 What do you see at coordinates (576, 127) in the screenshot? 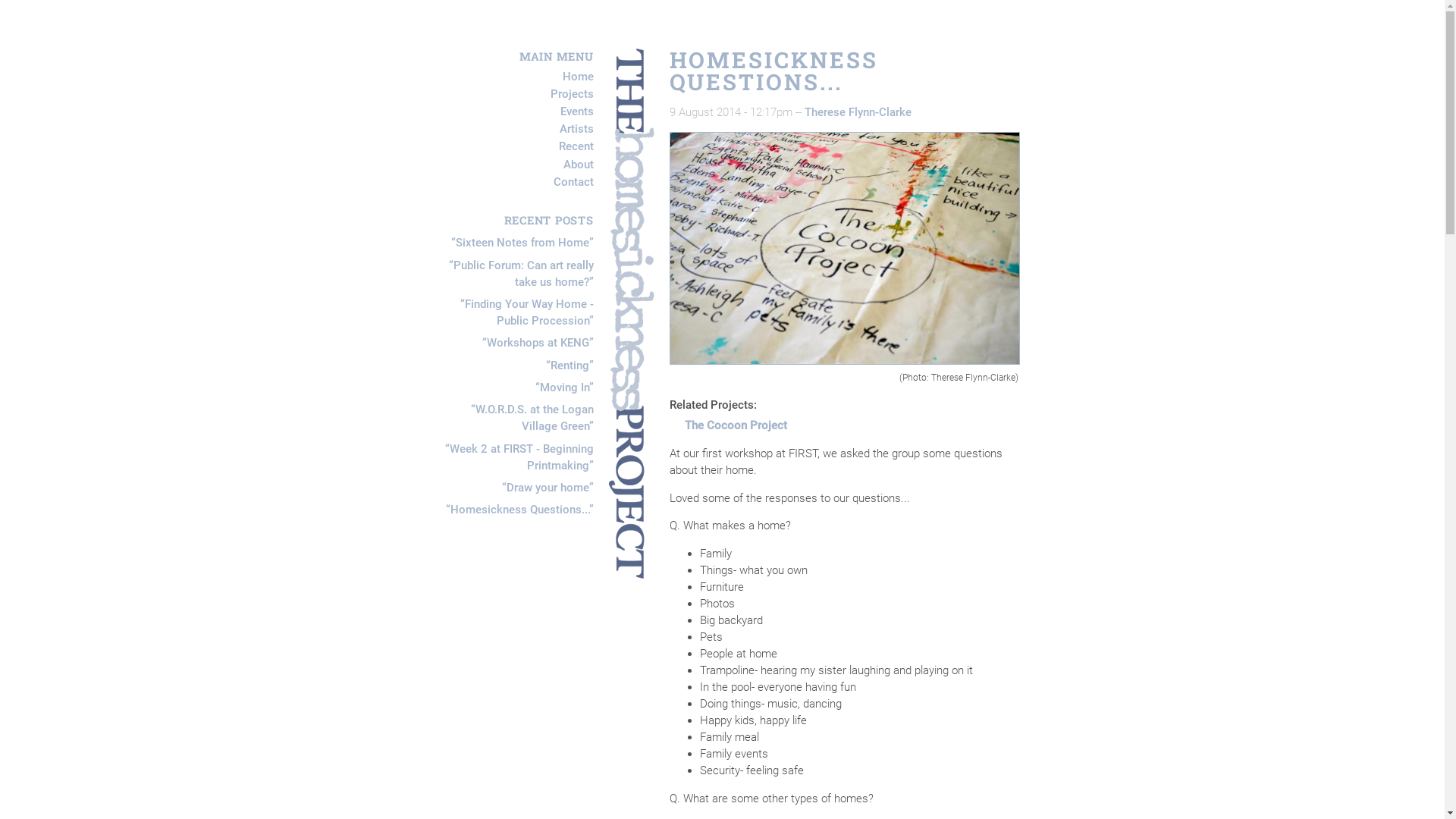
I see `'Artists'` at bounding box center [576, 127].